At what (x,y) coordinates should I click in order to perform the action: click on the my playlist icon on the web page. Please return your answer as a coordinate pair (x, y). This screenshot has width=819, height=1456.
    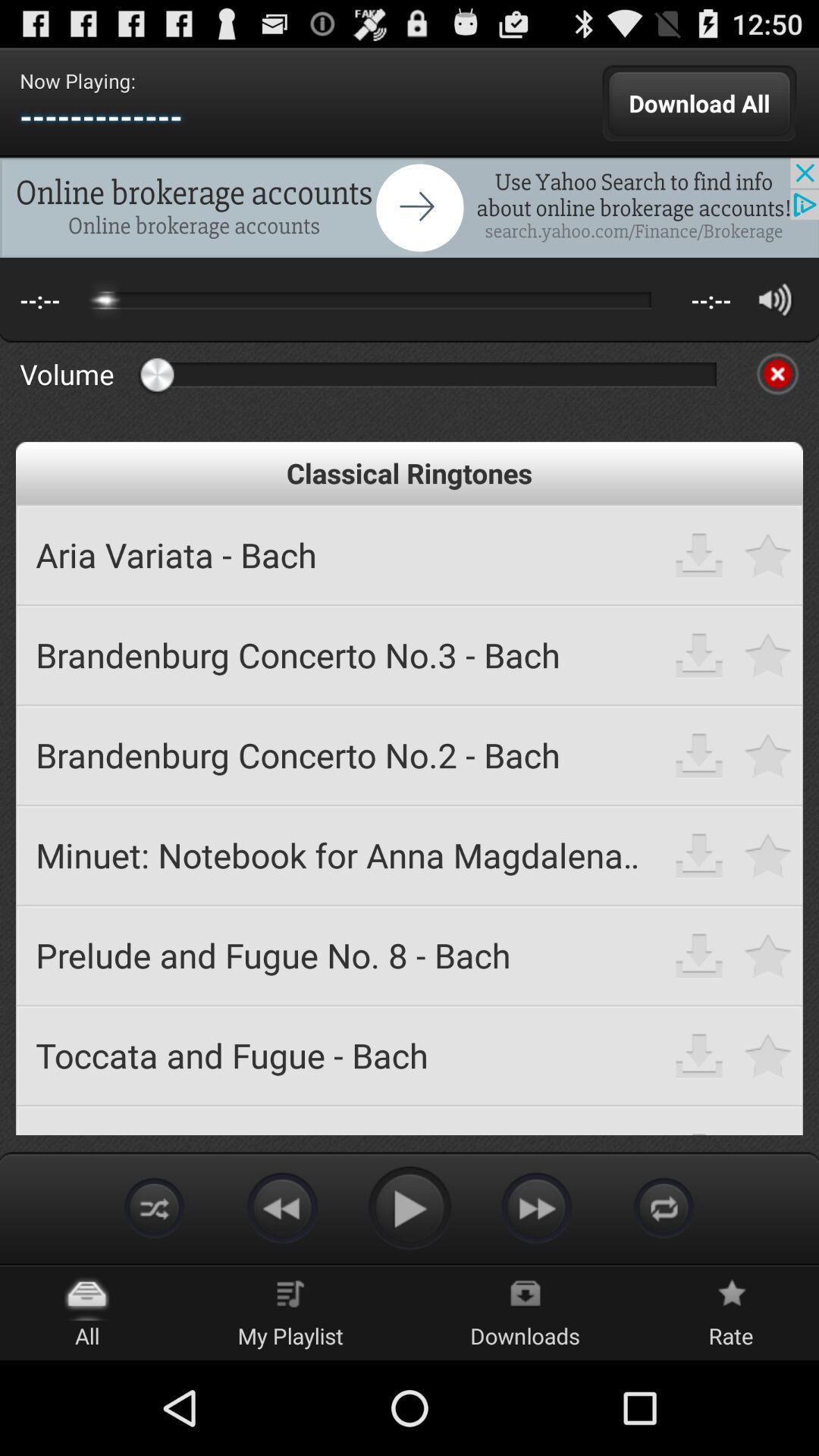
    Looking at the image, I should click on (290, 1296).